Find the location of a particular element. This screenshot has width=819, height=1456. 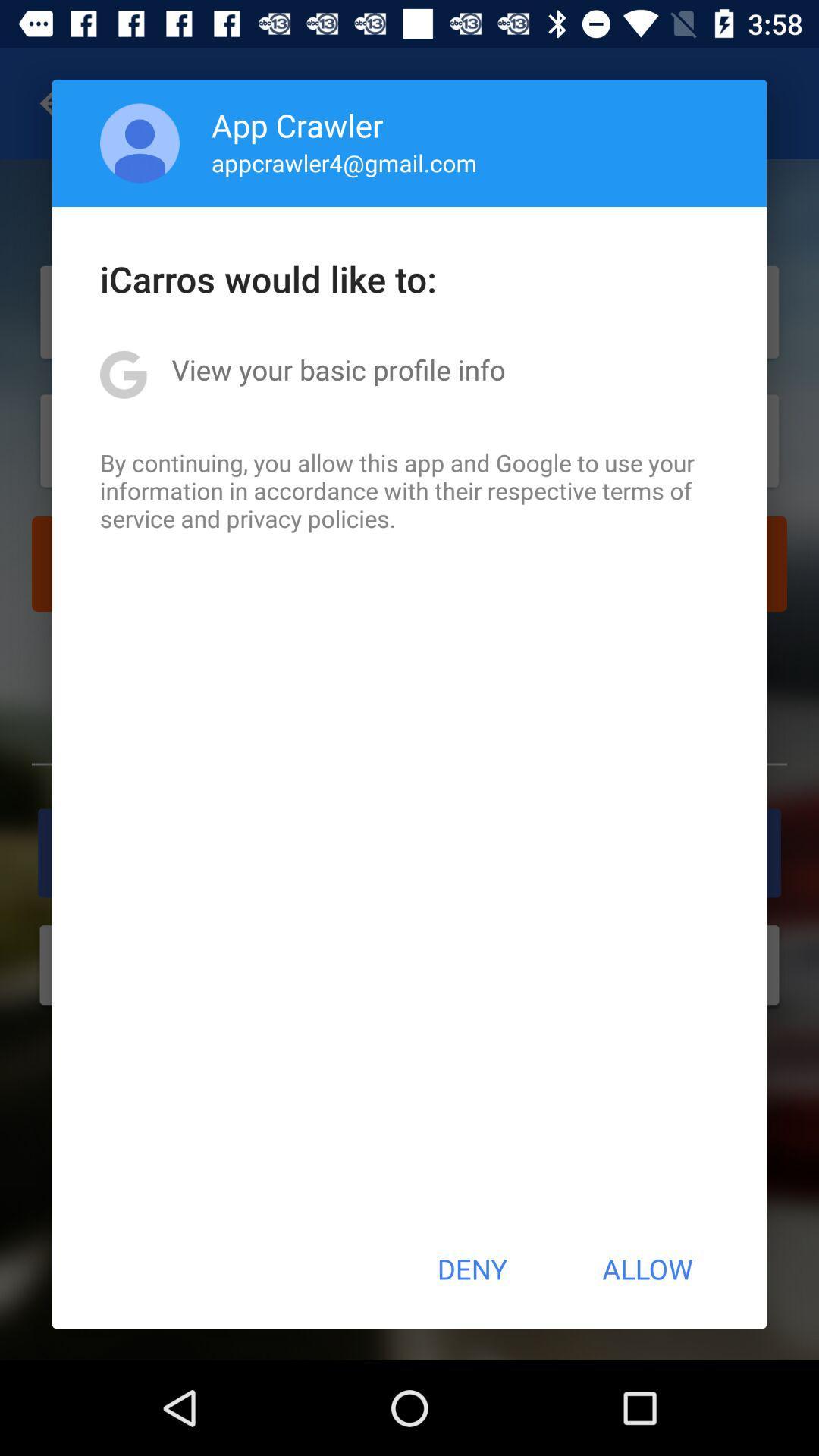

the icon below the by continuing you app is located at coordinates (471, 1269).